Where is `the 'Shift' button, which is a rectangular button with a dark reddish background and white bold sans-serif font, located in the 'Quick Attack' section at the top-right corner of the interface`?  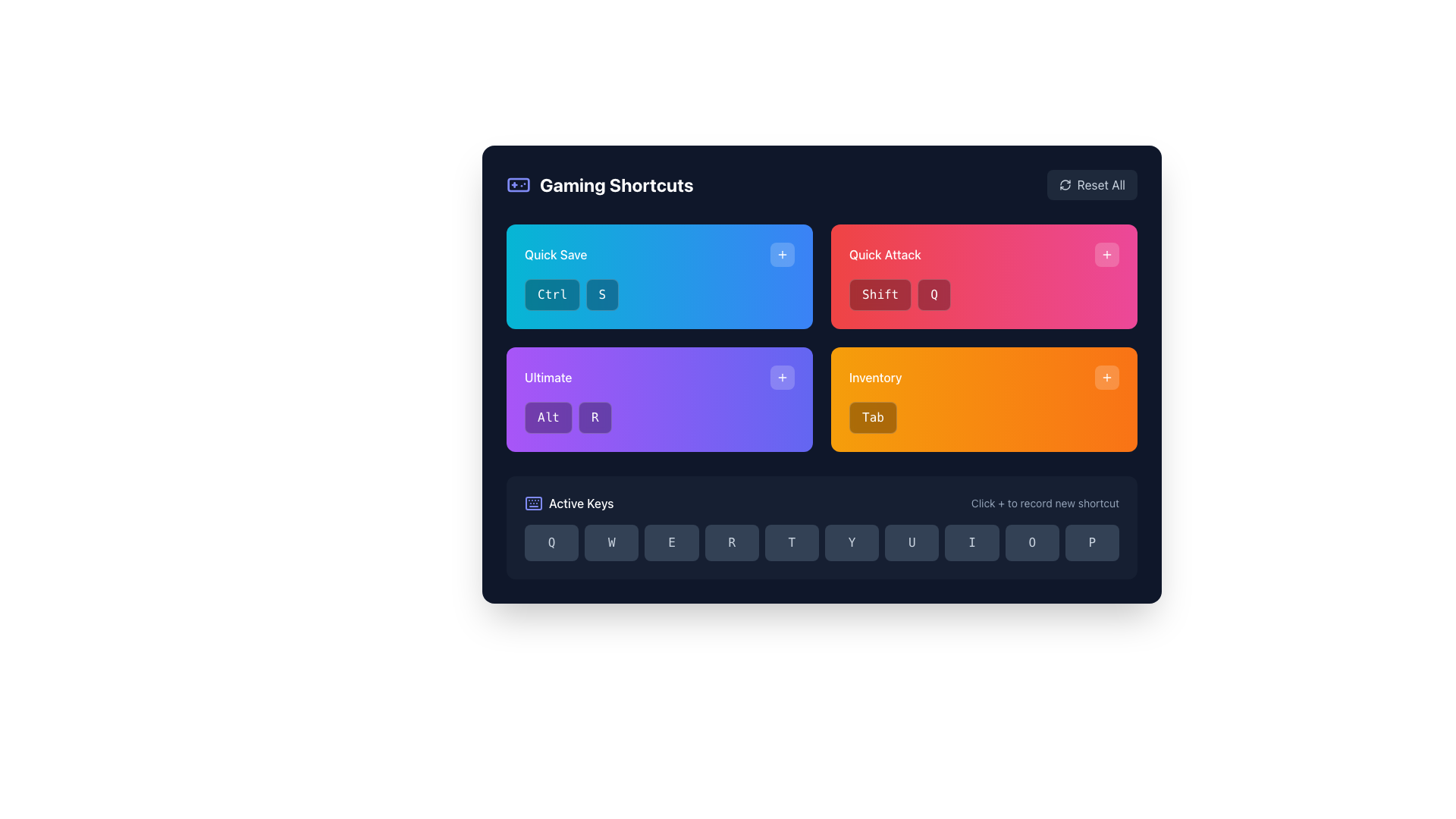
the 'Shift' button, which is a rectangular button with a dark reddish background and white bold sans-serif font, located in the 'Quick Attack' section at the top-right corner of the interface is located at coordinates (880, 295).